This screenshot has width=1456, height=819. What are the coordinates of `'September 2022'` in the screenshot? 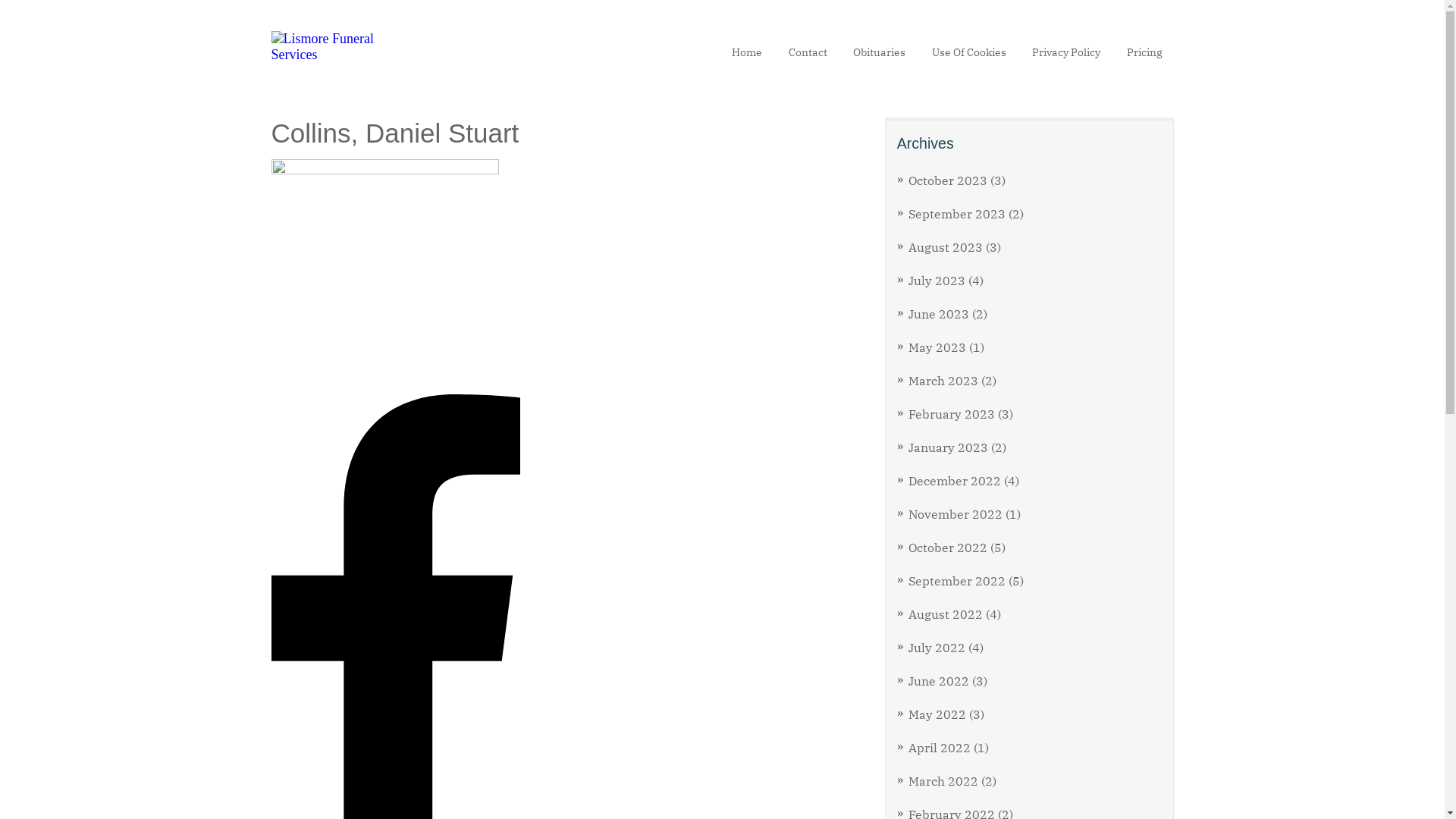 It's located at (956, 580).